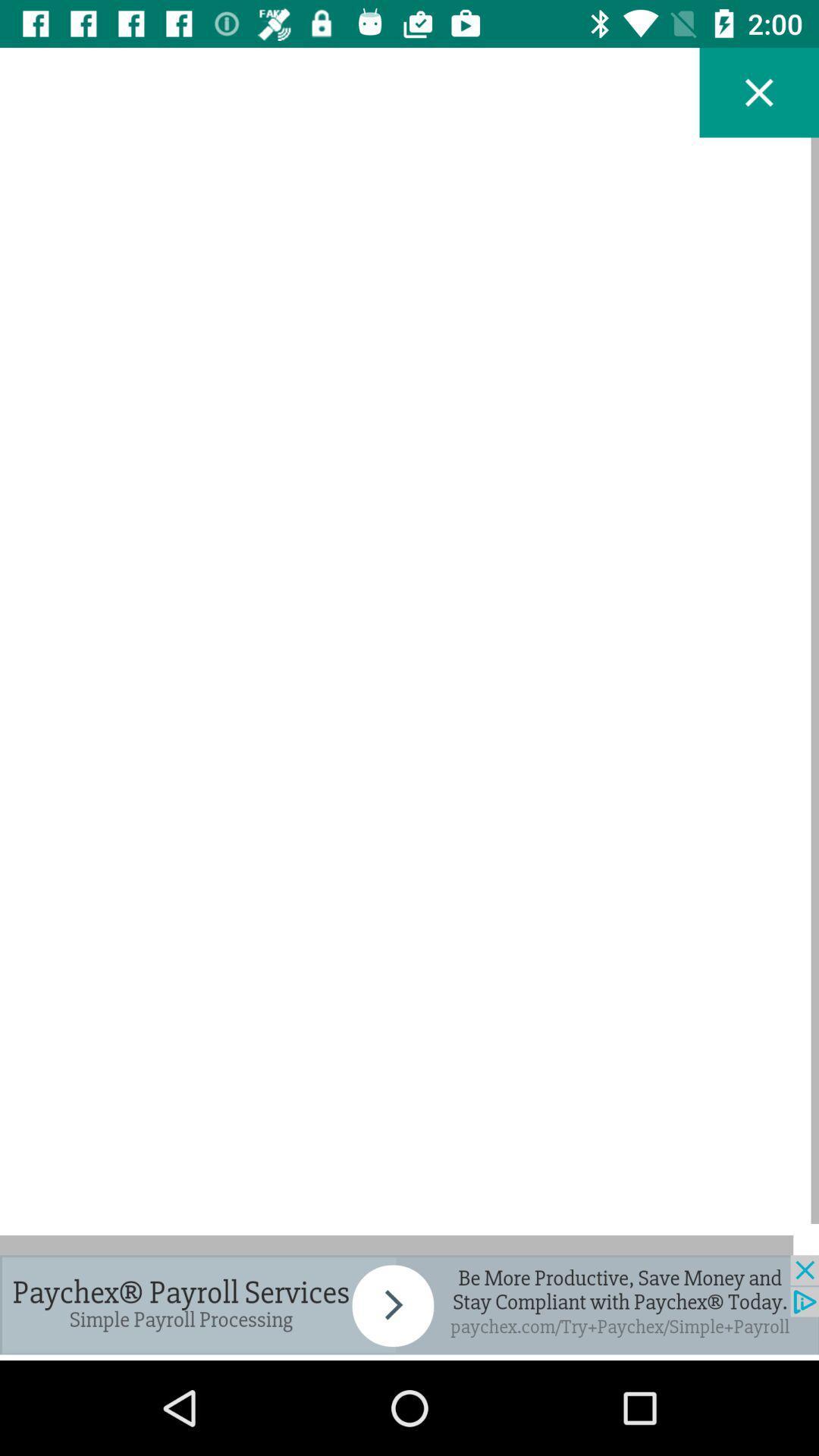 This screenshot has height=1456, width=819. What do you see at coordinates (759, 92) in the screenshot?
I see `this` at bounding box center [759, 92].